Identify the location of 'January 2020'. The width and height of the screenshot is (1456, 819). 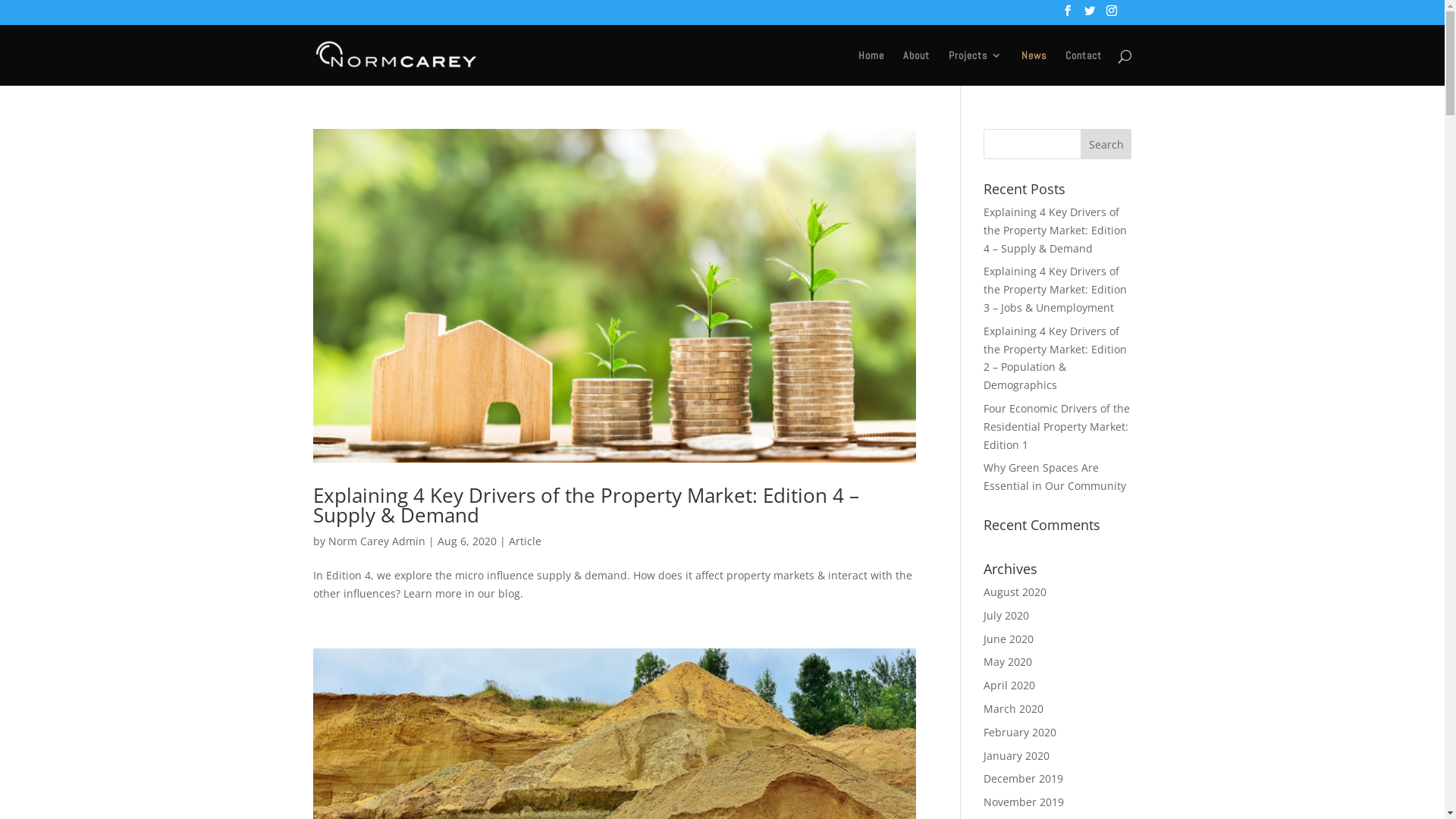
(983, 755).